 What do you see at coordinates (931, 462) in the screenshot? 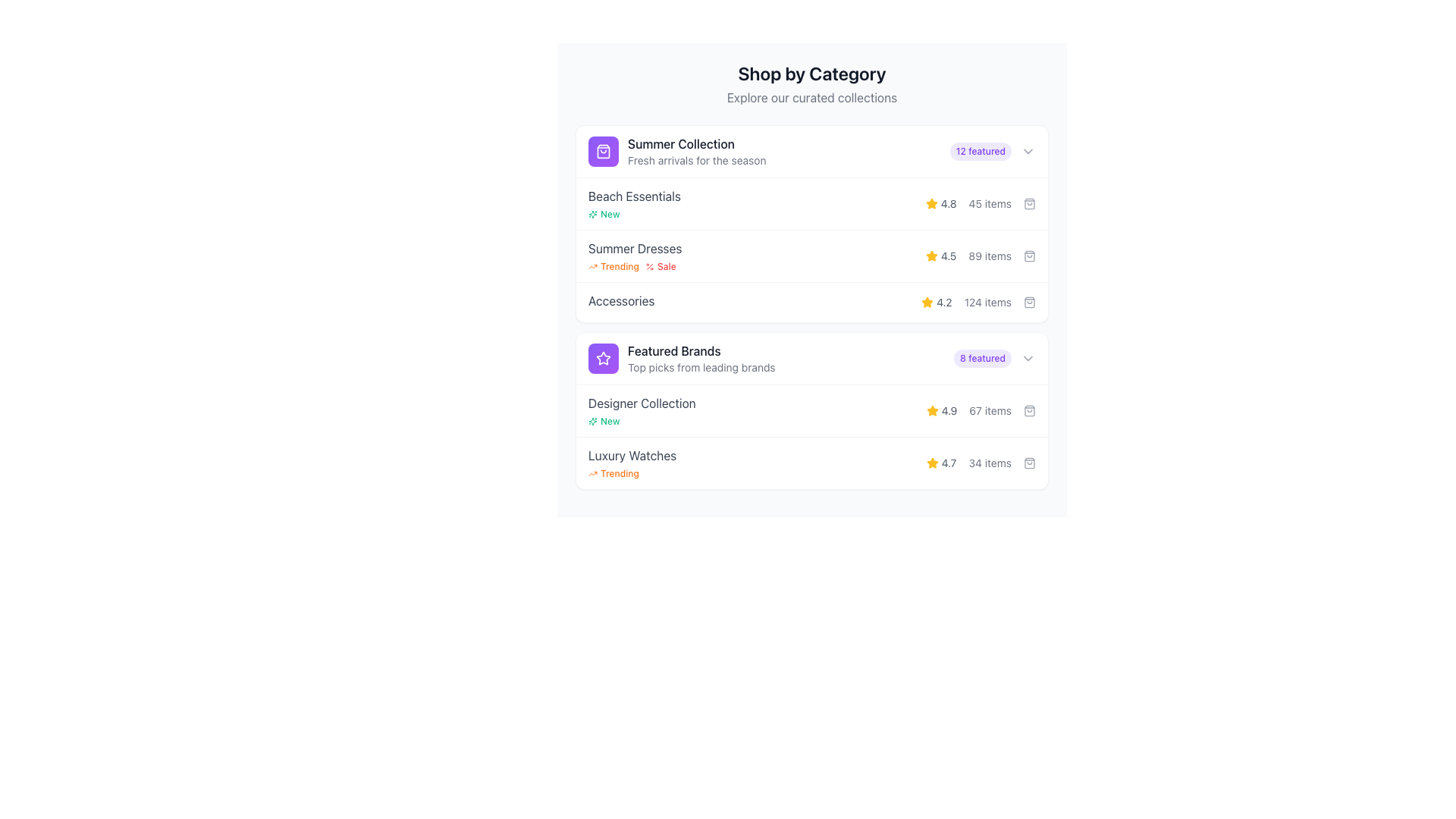
I see `the gold star icon representing the rating for the 'Luxury Watches' section in the 'Featured Brands' section` at bounding box center [931, 462].